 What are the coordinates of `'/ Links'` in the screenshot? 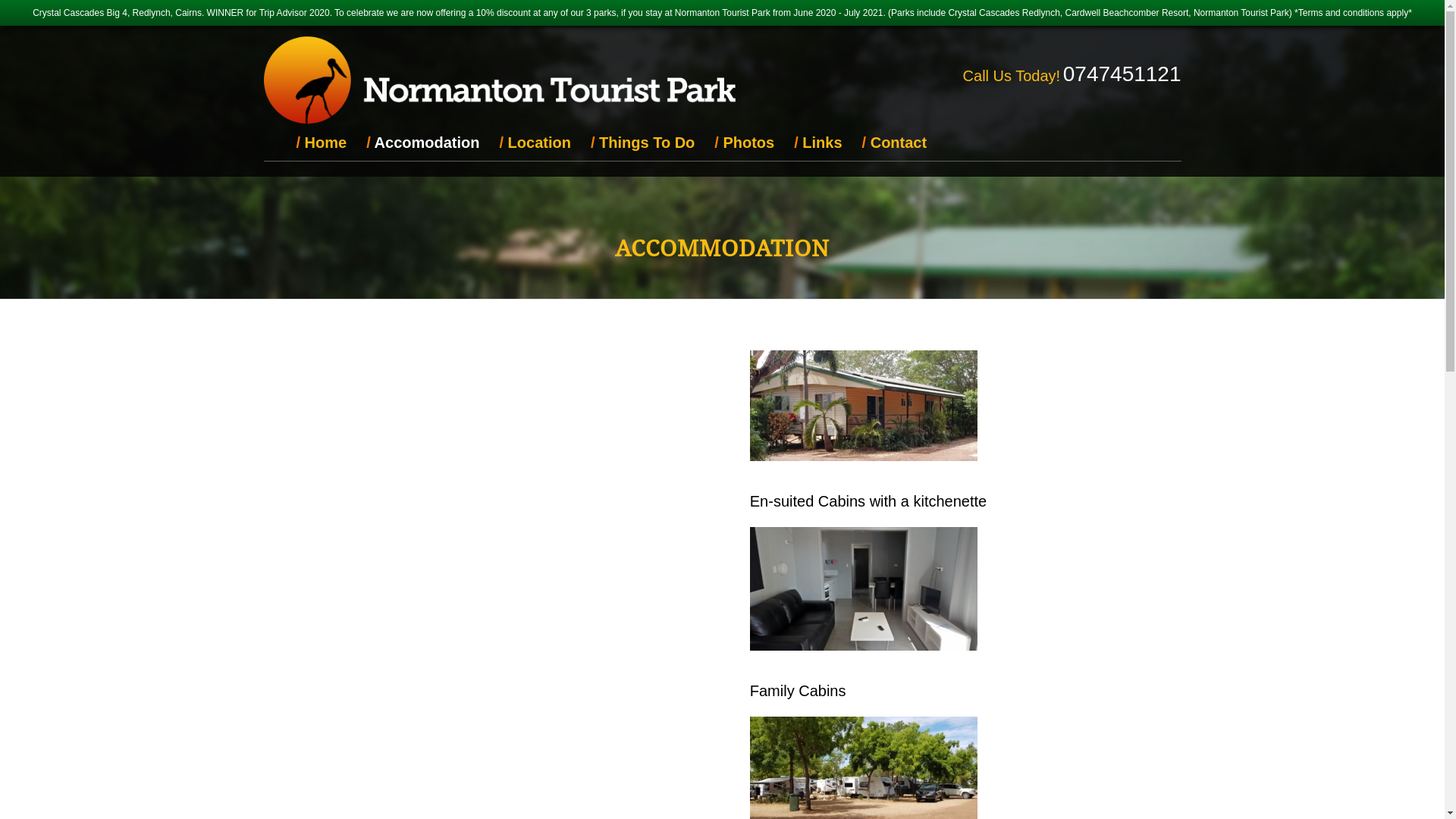 It's located at (817, 143).